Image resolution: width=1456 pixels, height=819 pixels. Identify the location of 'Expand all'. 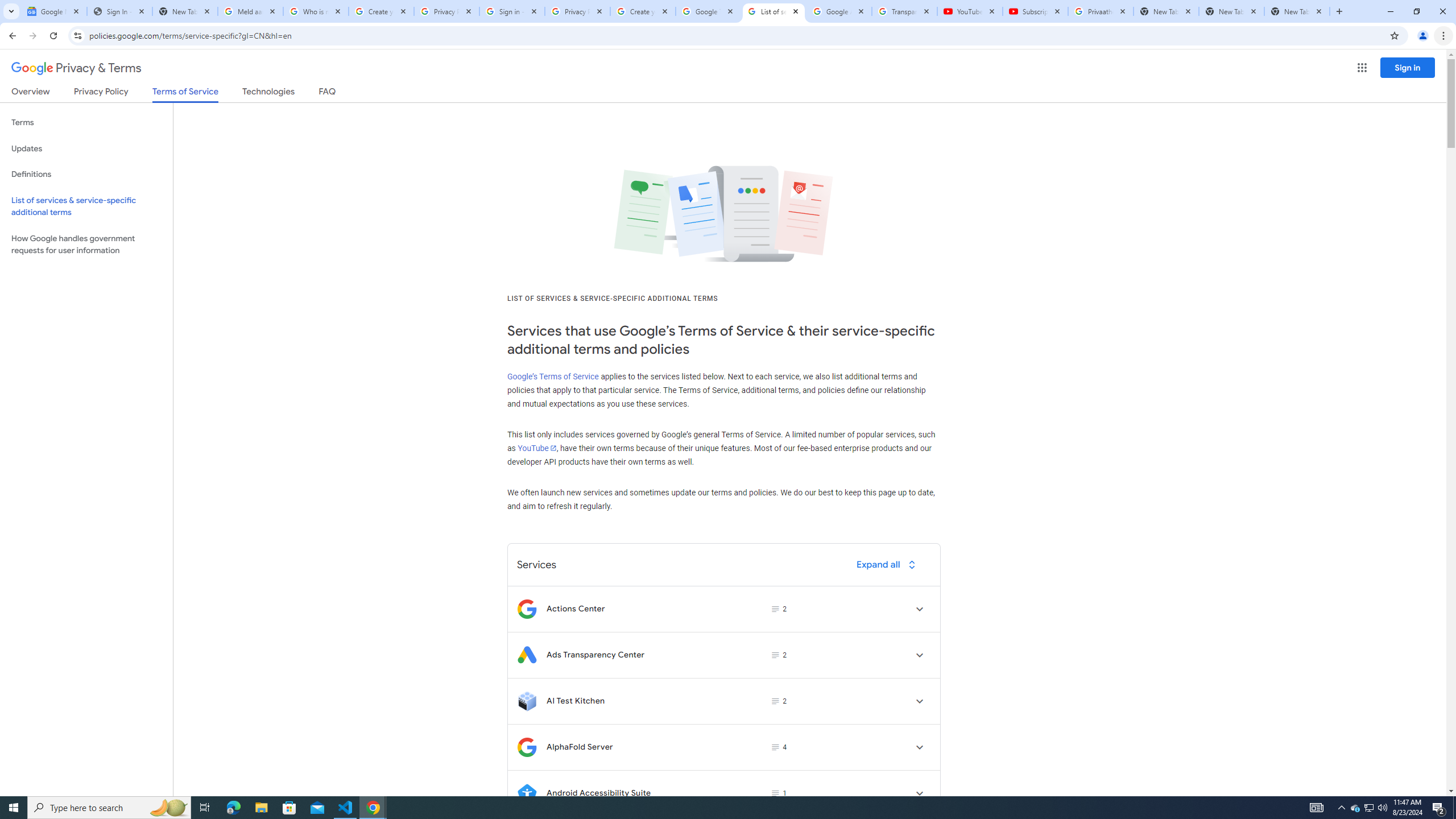
(888, 564).